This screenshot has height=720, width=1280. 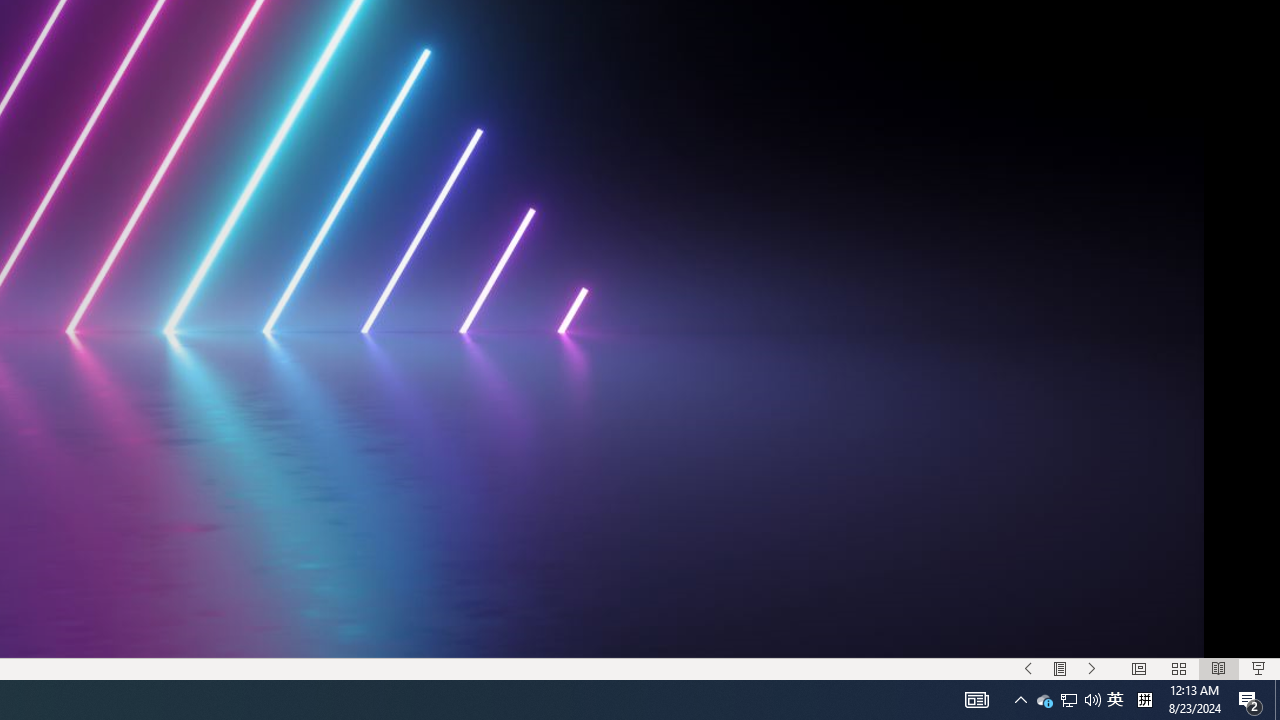 What do you see at coordinates (1028, 669) in the screenshot?
I see `'Slide Show Previous On'` at bounding box center [1028, 669].